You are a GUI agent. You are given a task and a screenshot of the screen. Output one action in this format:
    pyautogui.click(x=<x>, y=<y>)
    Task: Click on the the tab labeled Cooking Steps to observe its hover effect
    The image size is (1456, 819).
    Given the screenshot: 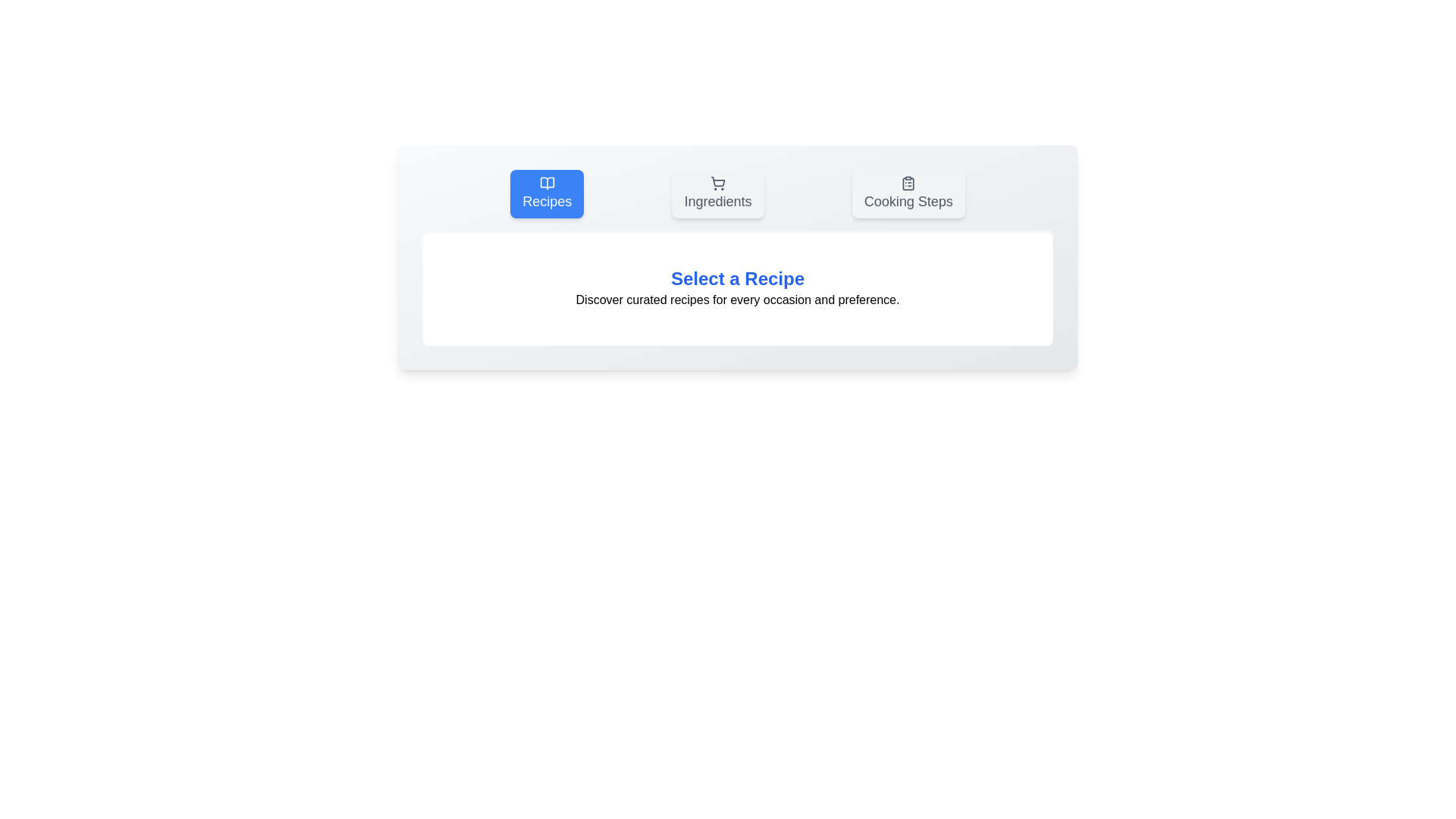 What is the action you would take?
    pyautogui.click(x=908, y=193)
    